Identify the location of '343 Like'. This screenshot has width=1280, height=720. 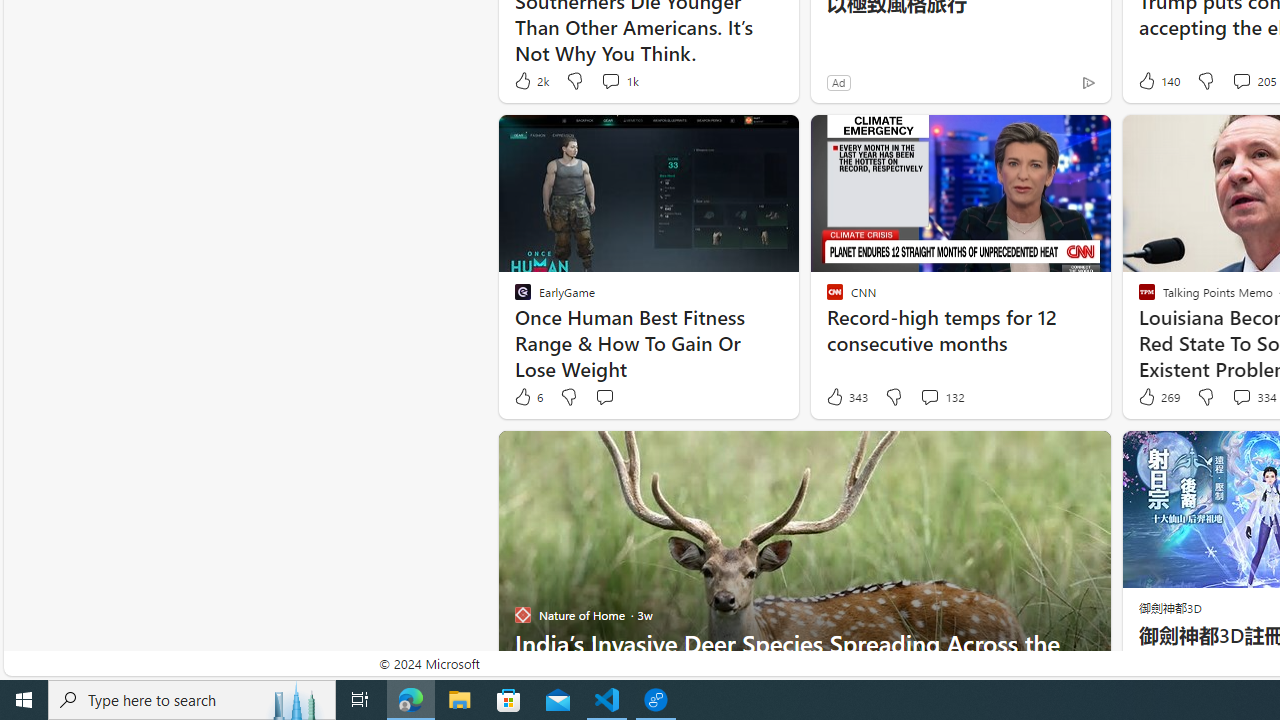
(846, 397).